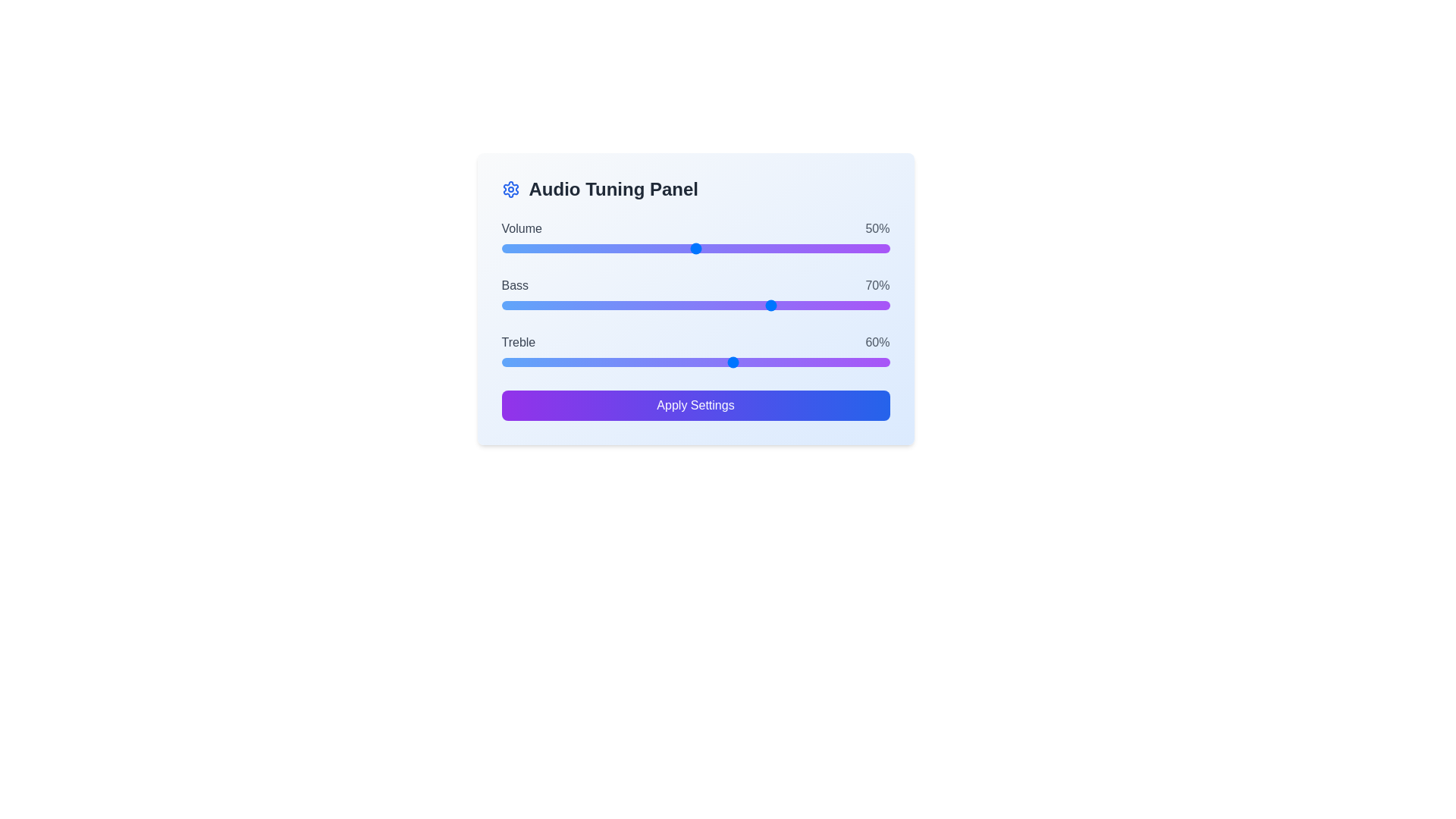  I want to click on treble, so click(819, 362).